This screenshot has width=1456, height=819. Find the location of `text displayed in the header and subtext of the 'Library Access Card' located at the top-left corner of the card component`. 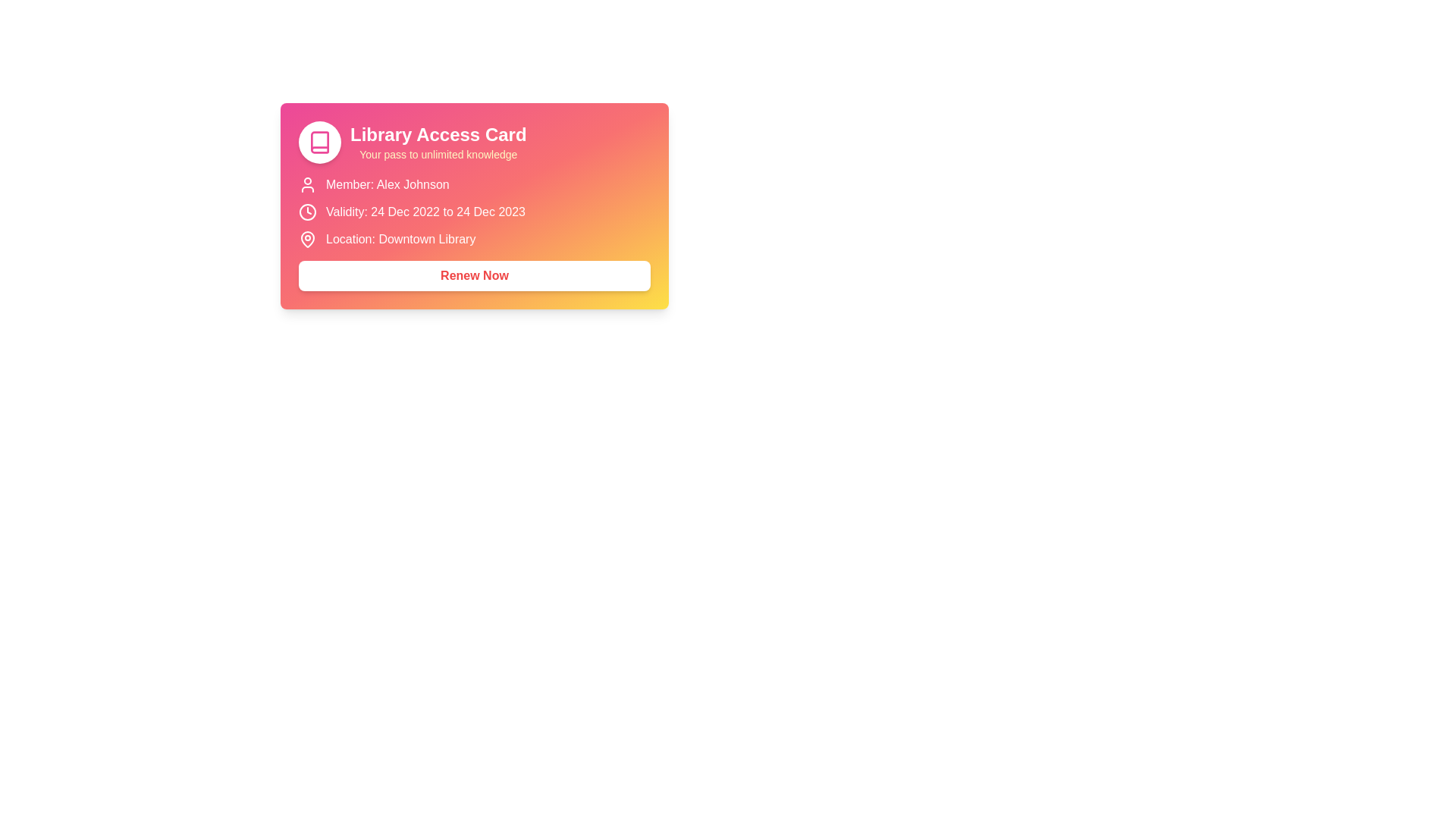

text displayed in the header and subtext of the 'Library Access Card' located at the top-left corner of the card component is located at coordinates (438, 143).